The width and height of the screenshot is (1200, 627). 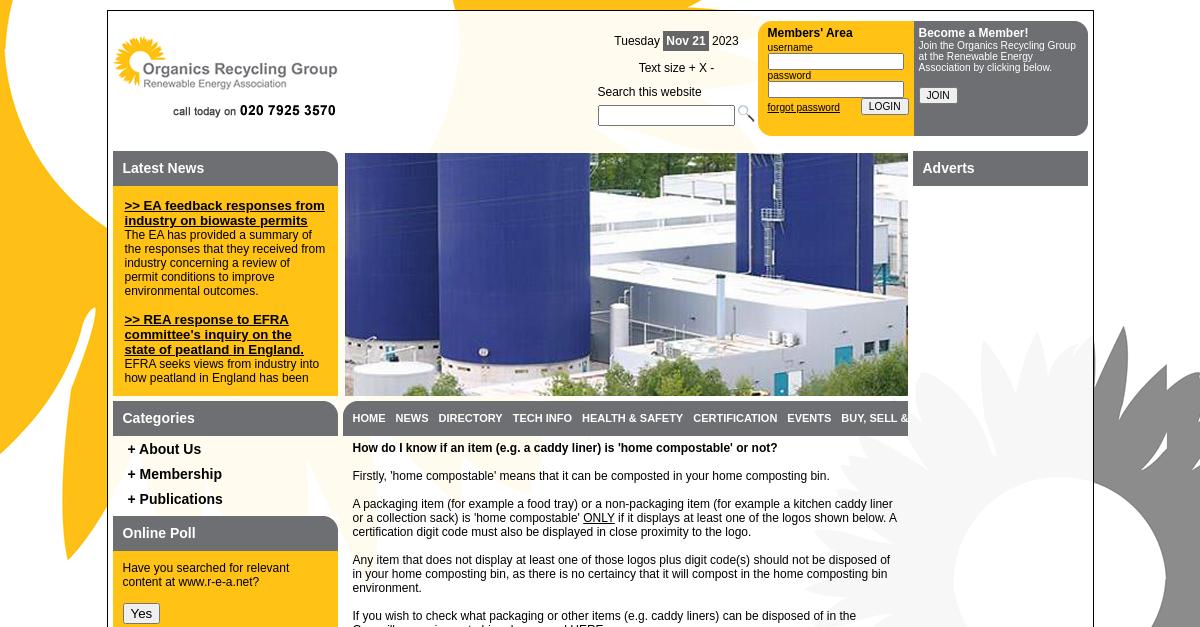 What do you see at coordinates (157, 532) in the screenshot?
I see `'Online Poll'` at bounding box center [157, 532].